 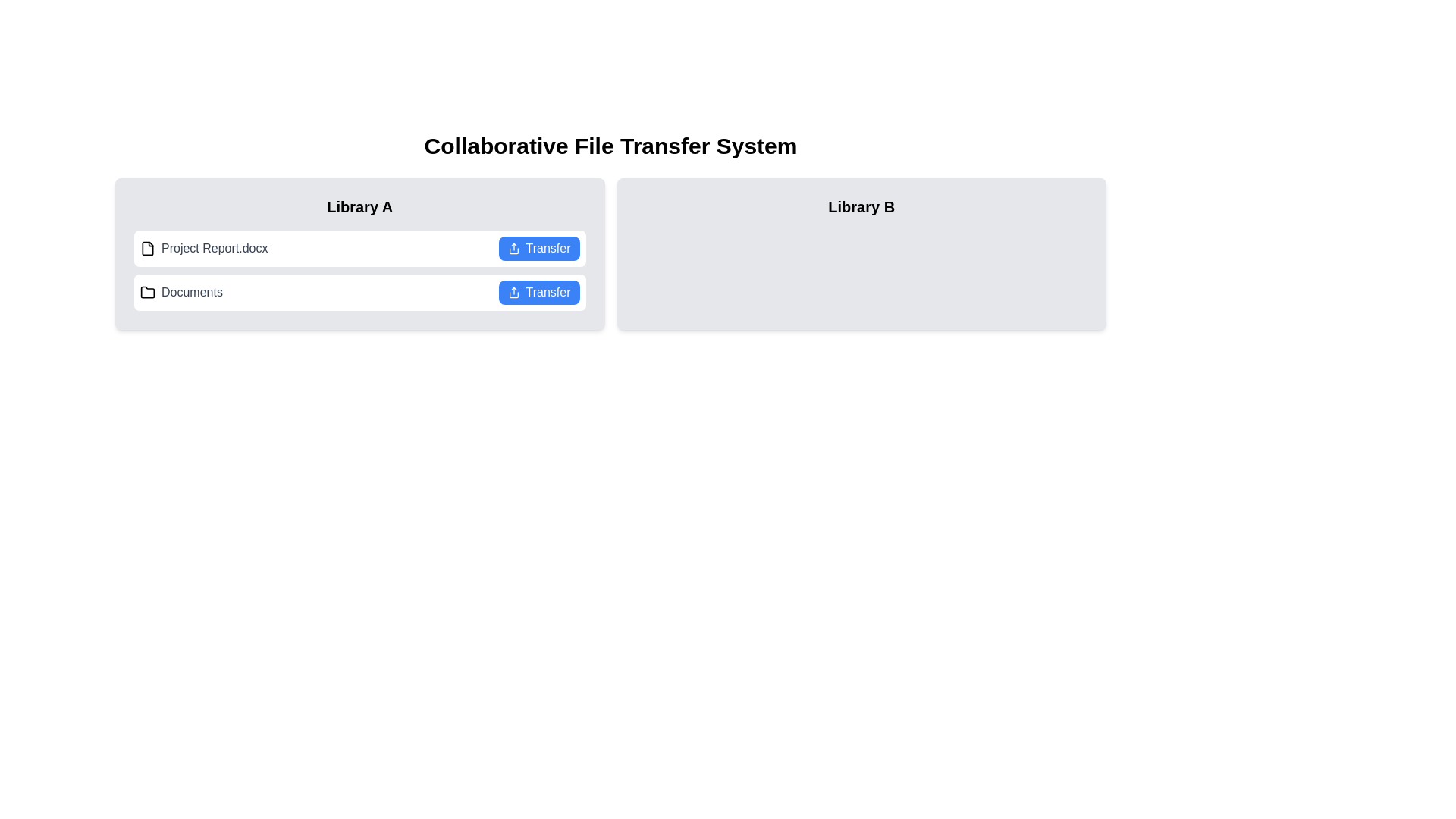 I want to click on the File item labeled 'Project Report.docx', so click(x=203, y=247).